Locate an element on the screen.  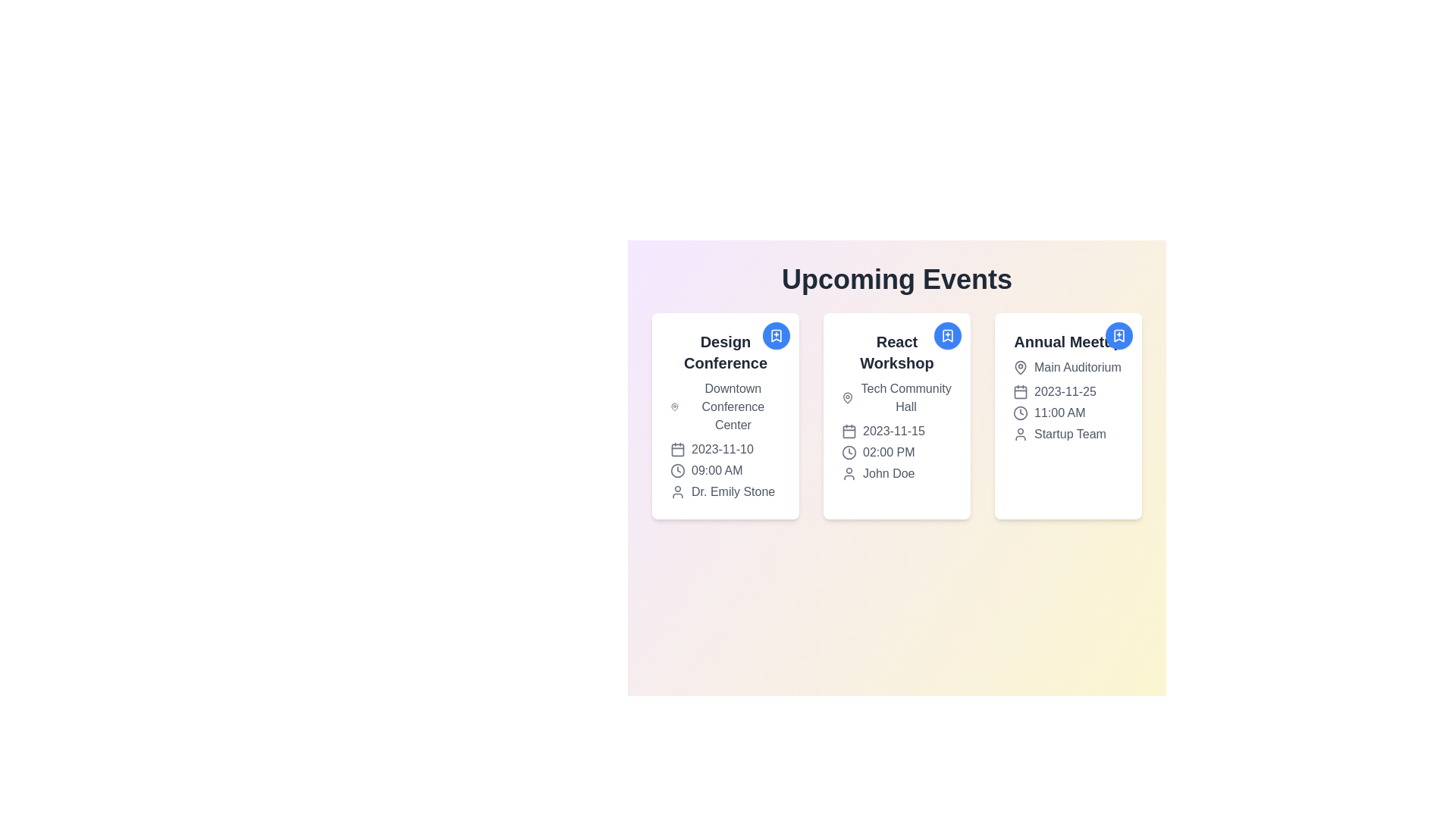
the circular blue icon button located at the top-right corner of the 'Design Conference' card is located at coordinates (776, 335).